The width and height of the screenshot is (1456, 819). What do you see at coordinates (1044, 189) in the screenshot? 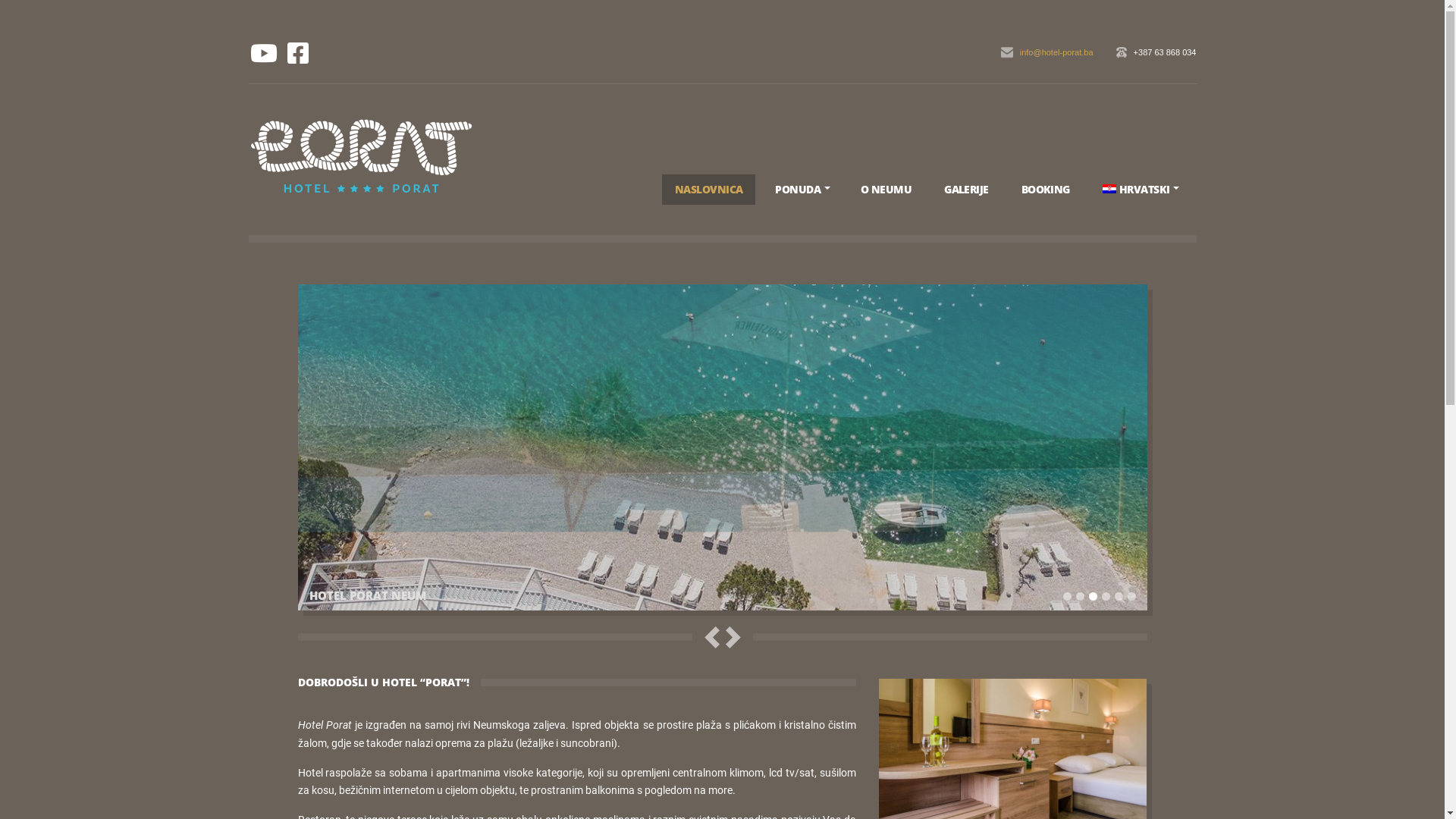
I see `'BOOKING'` at bounding box center [1044, 189].